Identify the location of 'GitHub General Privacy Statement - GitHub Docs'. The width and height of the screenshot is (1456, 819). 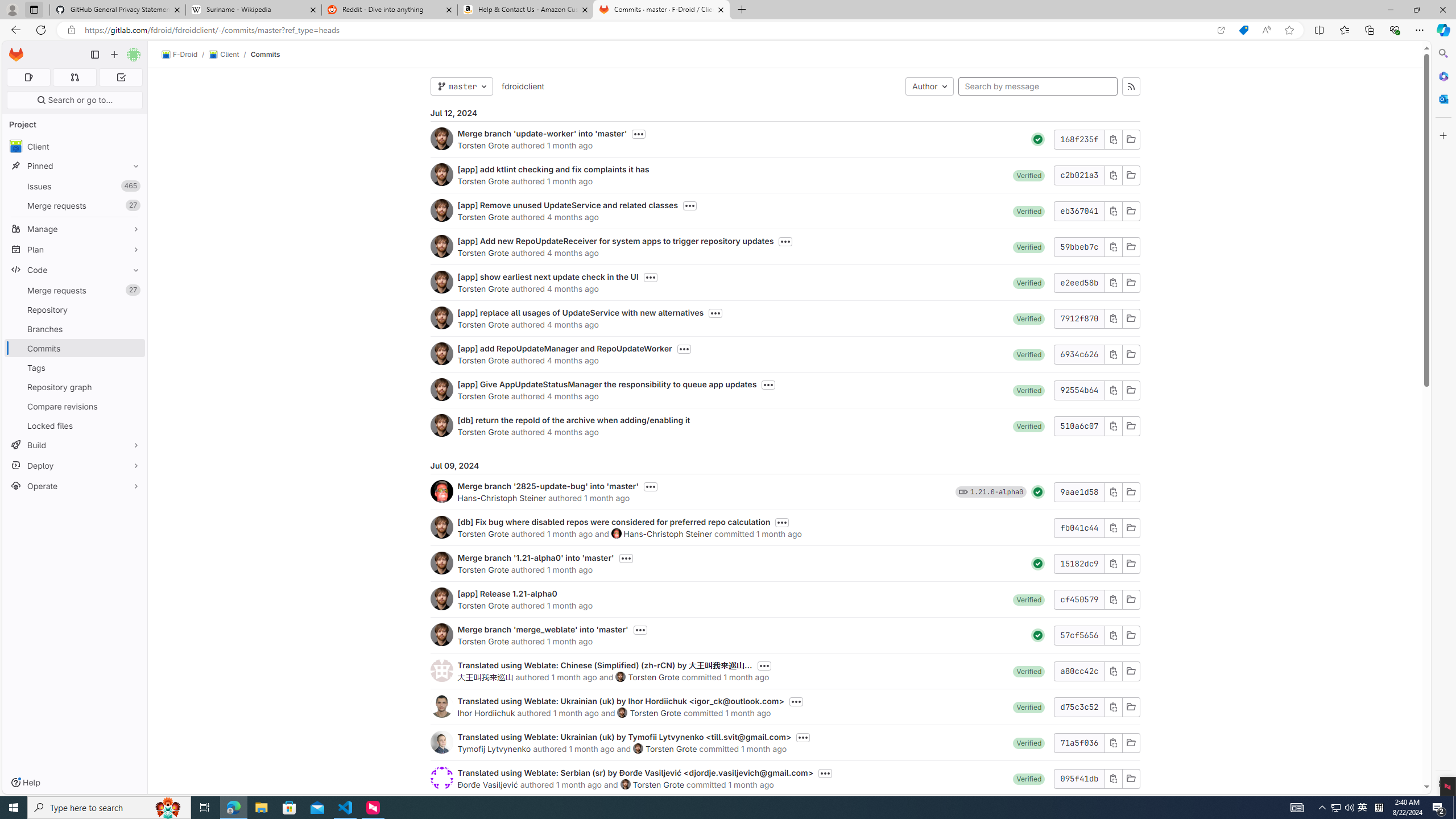
(118, 9).